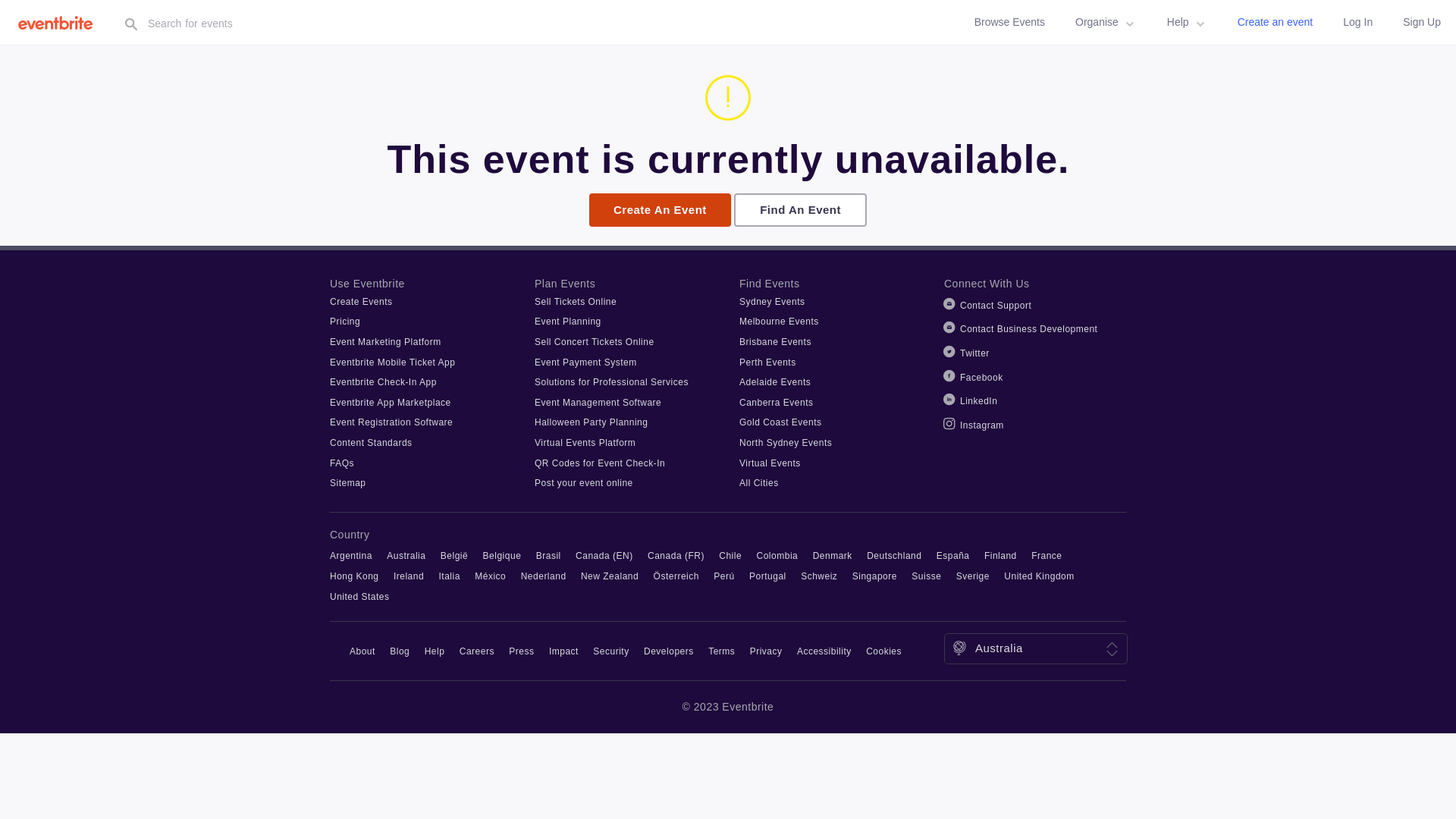 This screenshot has height=819, width=1456. Describe the element at coordinates (574, 301) in the screenshot. I see `'Sell Tickets Online'` at that location.